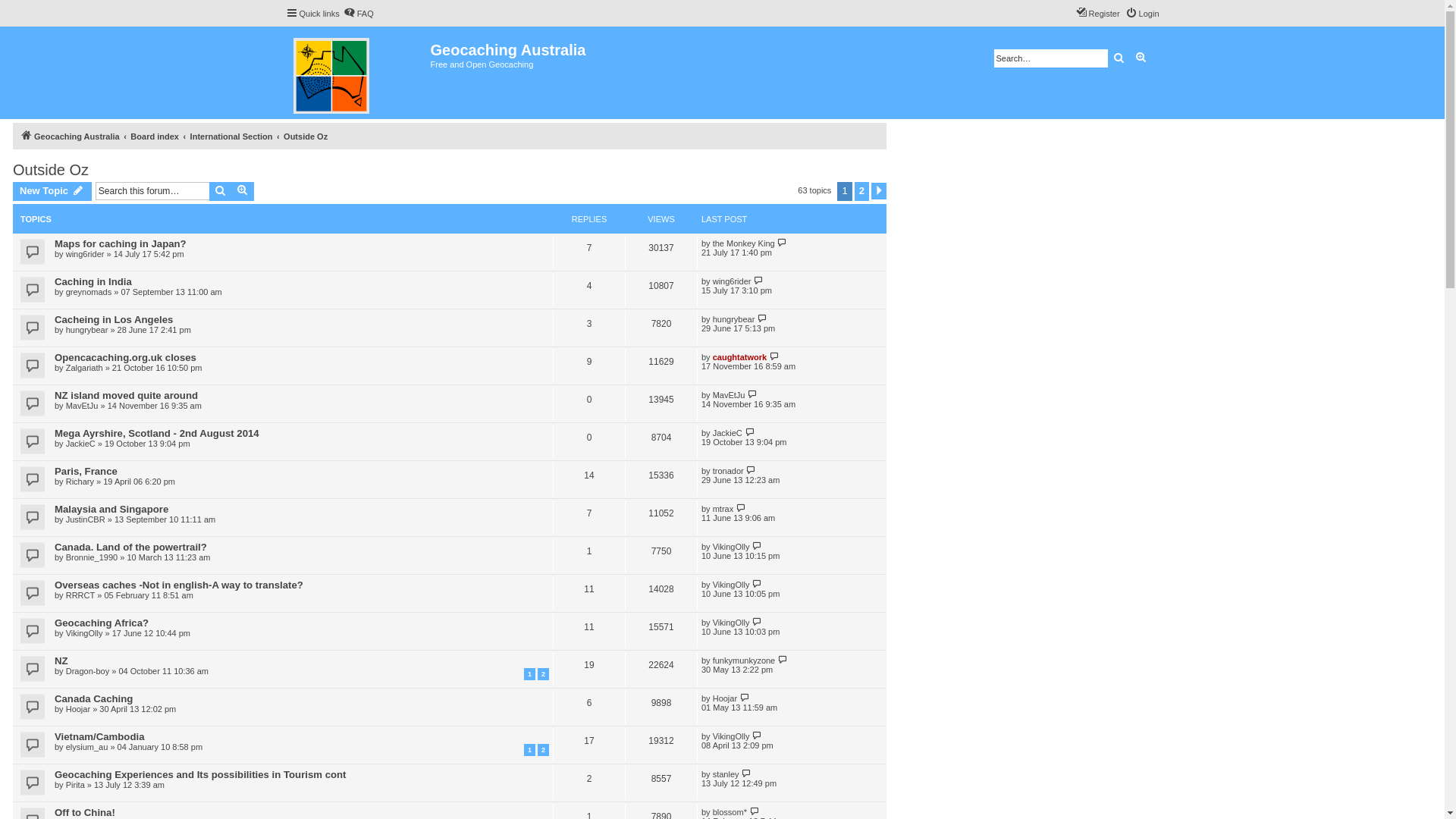 This screenshot has height=819, width=1456. What do you see at coordinates (91, 557) in the screenshot?
I see `'Bronnie_1990'` at bounding box center [91, 557].